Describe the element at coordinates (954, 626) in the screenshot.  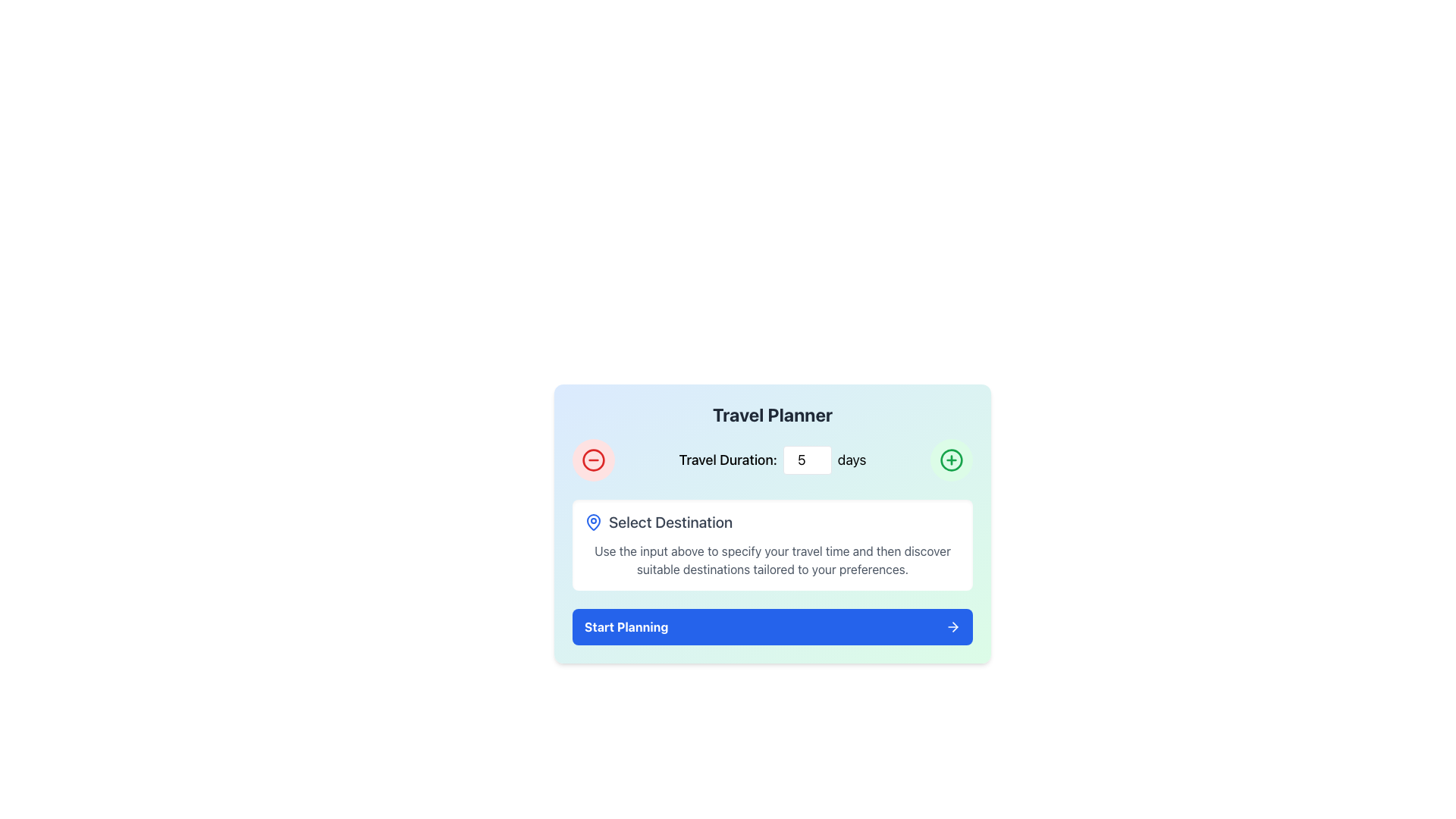
I see `the decorative icon indicating forward progress at the end of the 'Start Planning' button` at that location.